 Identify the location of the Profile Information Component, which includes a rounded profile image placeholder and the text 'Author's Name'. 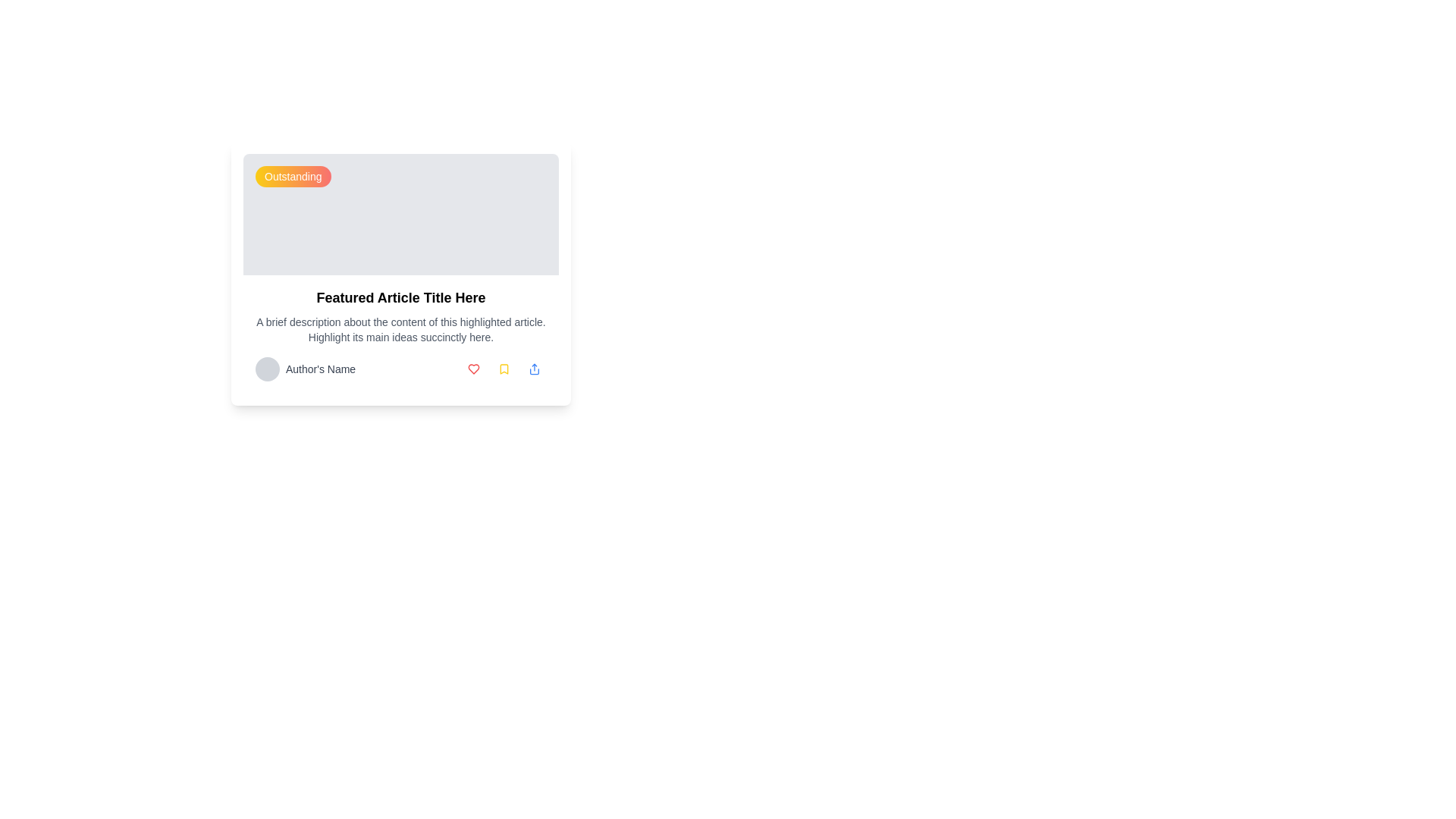
(305, 369).